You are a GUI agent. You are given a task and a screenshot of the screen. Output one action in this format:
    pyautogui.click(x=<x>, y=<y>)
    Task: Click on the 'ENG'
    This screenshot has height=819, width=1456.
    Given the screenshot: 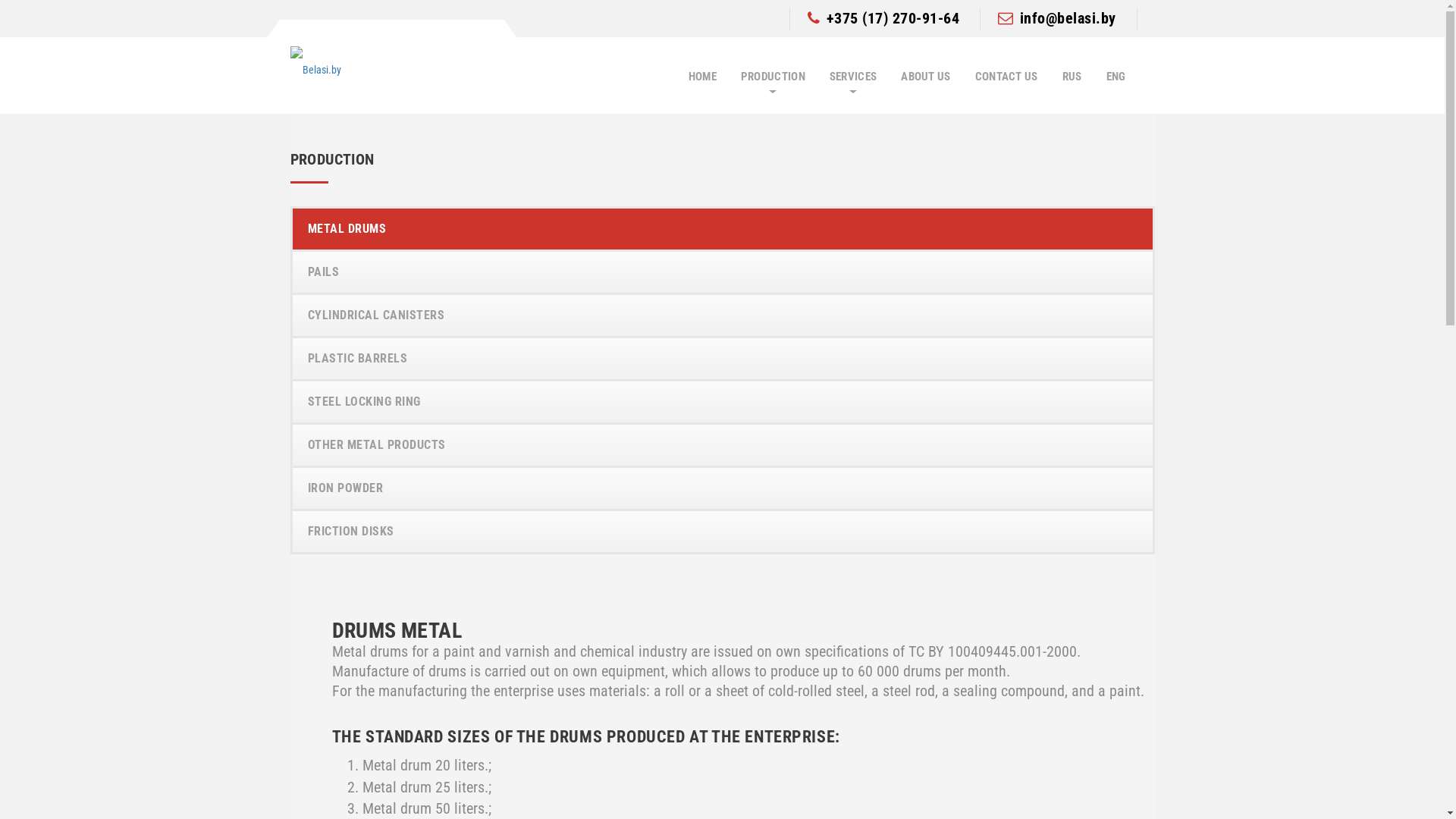 What is the action you would take?
    pyautogui.click(x=1116, y=77)
    